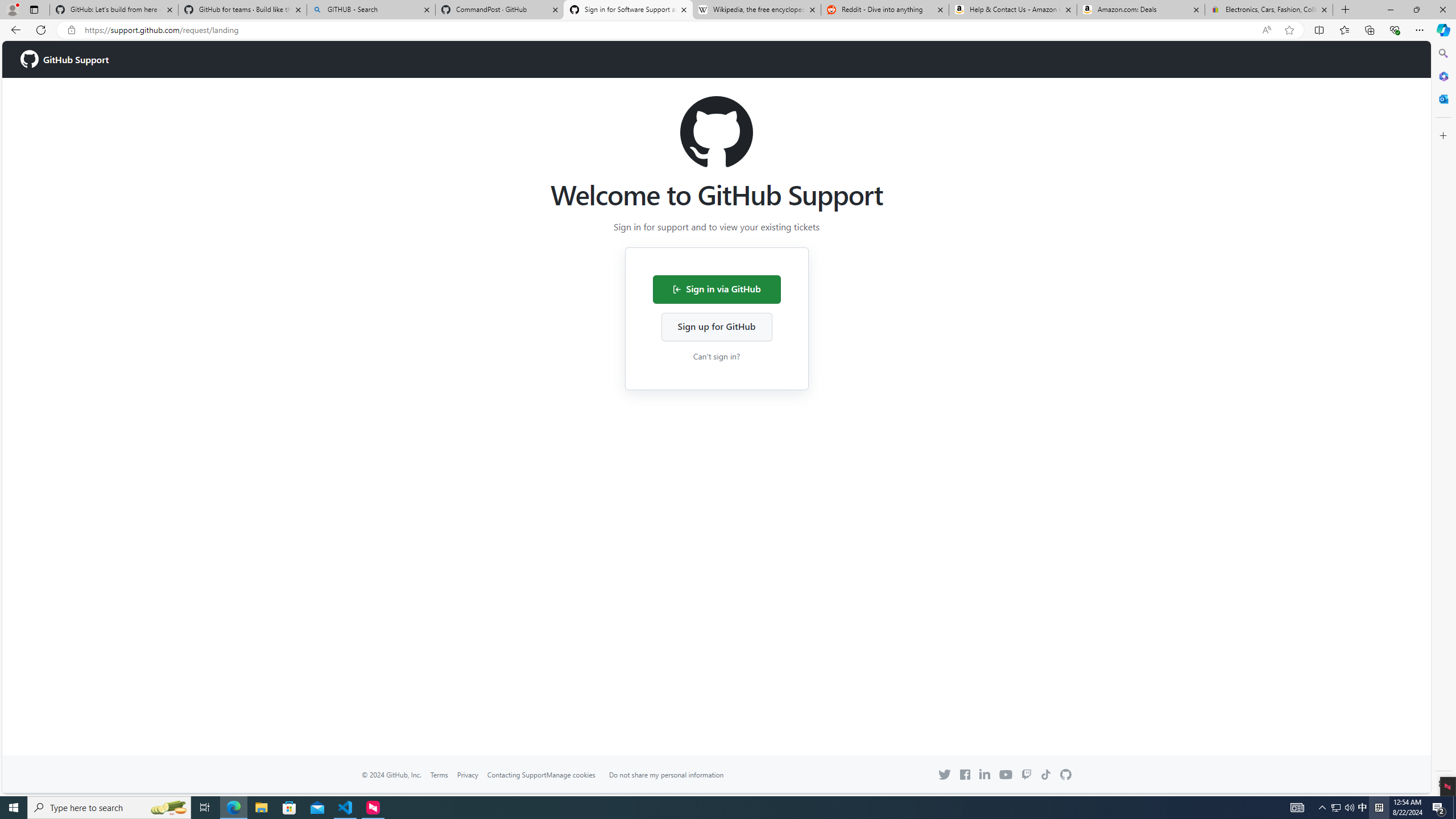 The width and height of the screenshot is (1456, 819). Describe the element at coordinates (964, 775) in the screenshot. I see `'Facebook icon'` at that location.